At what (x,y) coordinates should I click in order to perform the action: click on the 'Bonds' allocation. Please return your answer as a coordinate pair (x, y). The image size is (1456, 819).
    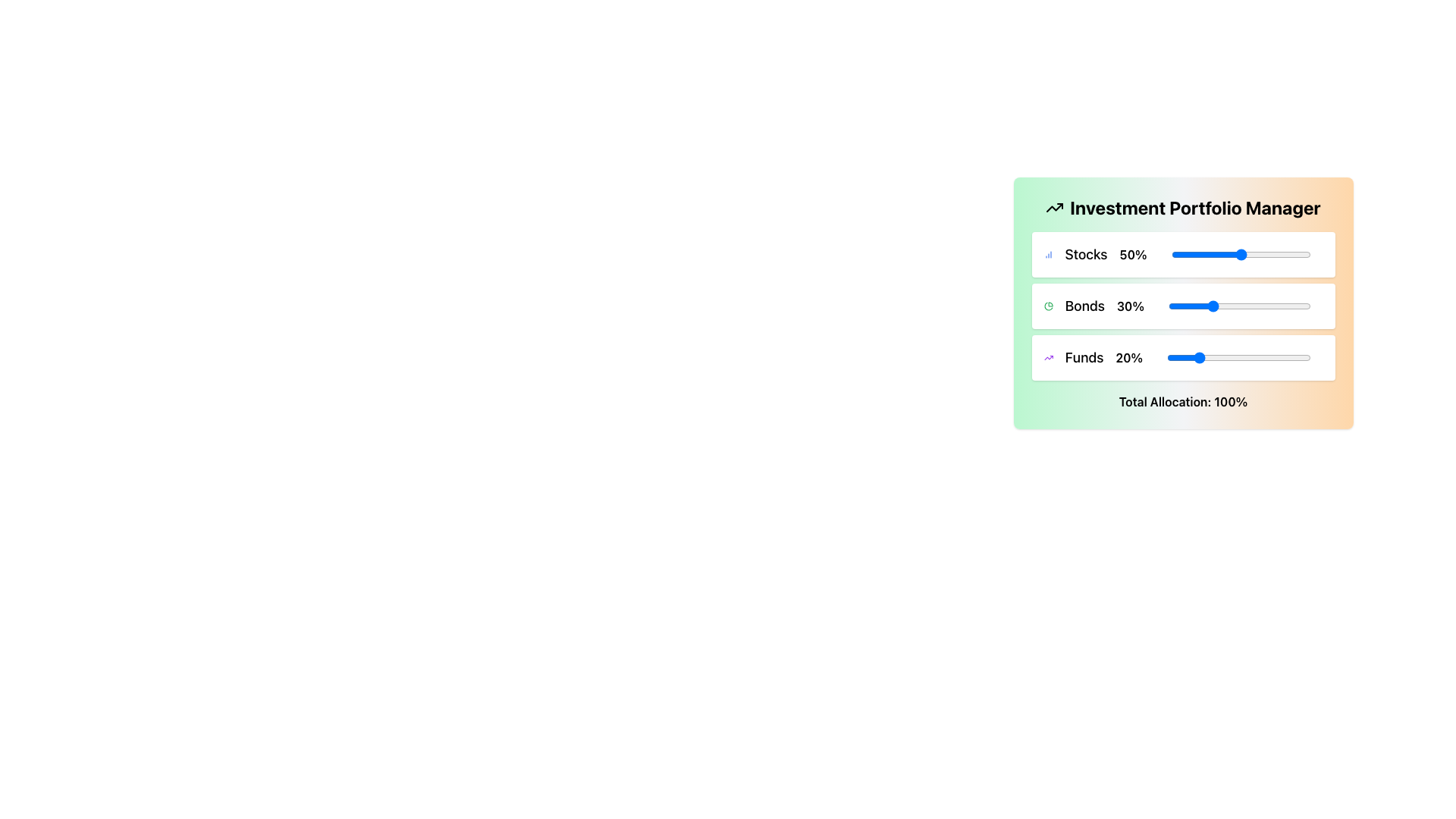
    Looking at the image, I should click on (1273, 306).